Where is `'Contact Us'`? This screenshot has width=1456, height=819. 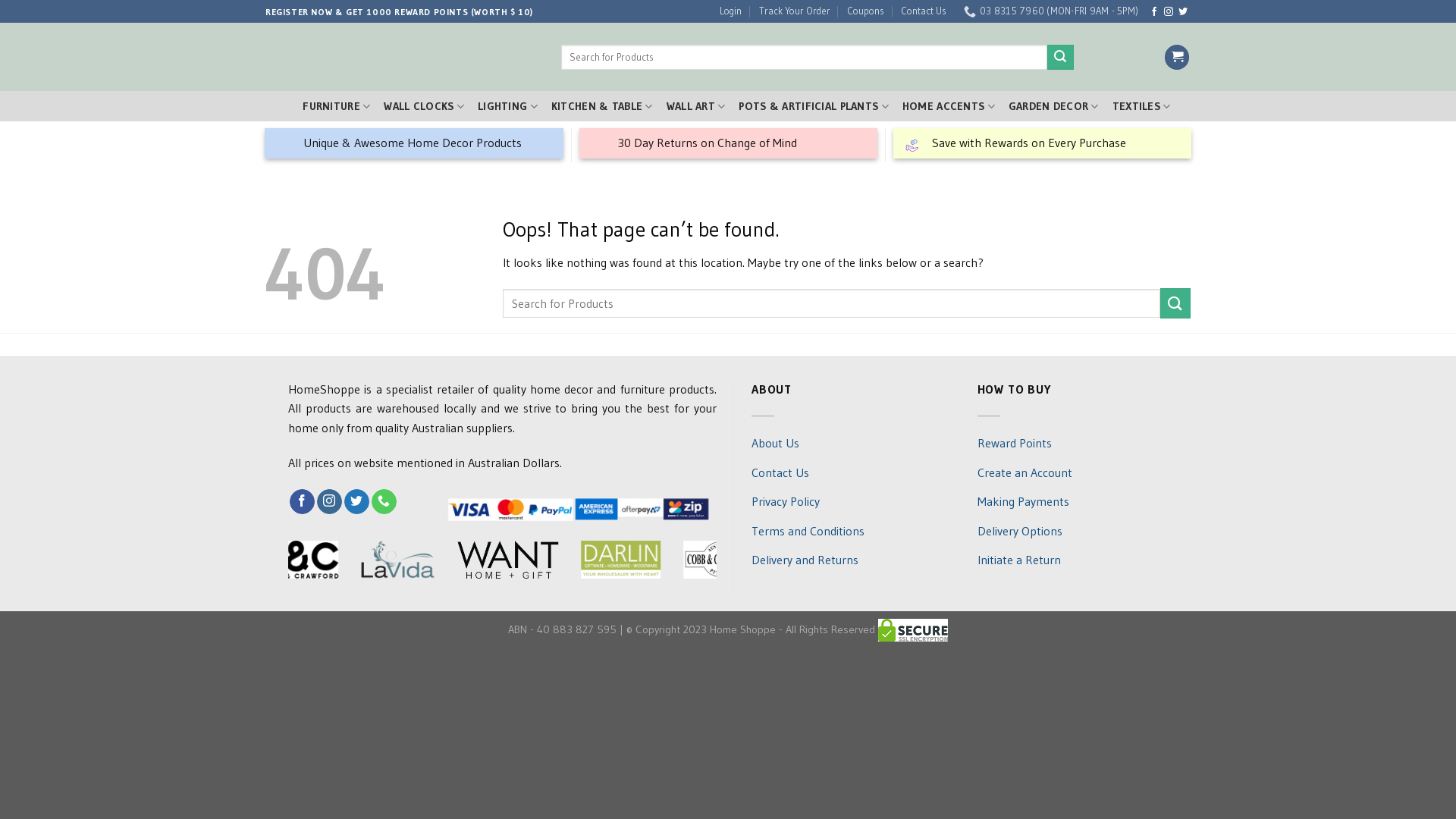 'Contact Us' is located at coordinates (917, 11).